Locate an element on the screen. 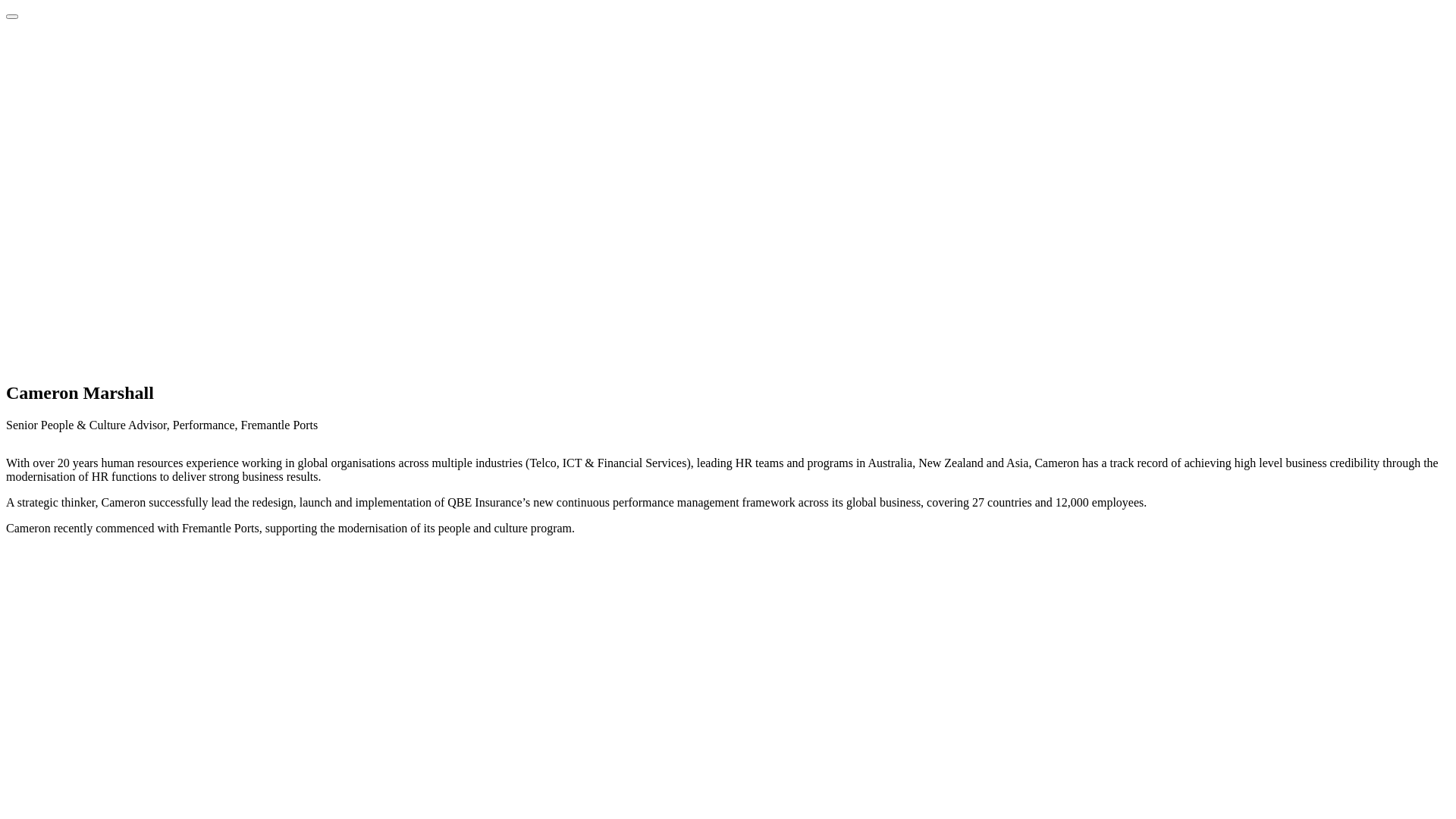 Image resolution: width=1456 pixels, height=819 pixels. 'Close (Esc)' is located at coordinates (11, 17).